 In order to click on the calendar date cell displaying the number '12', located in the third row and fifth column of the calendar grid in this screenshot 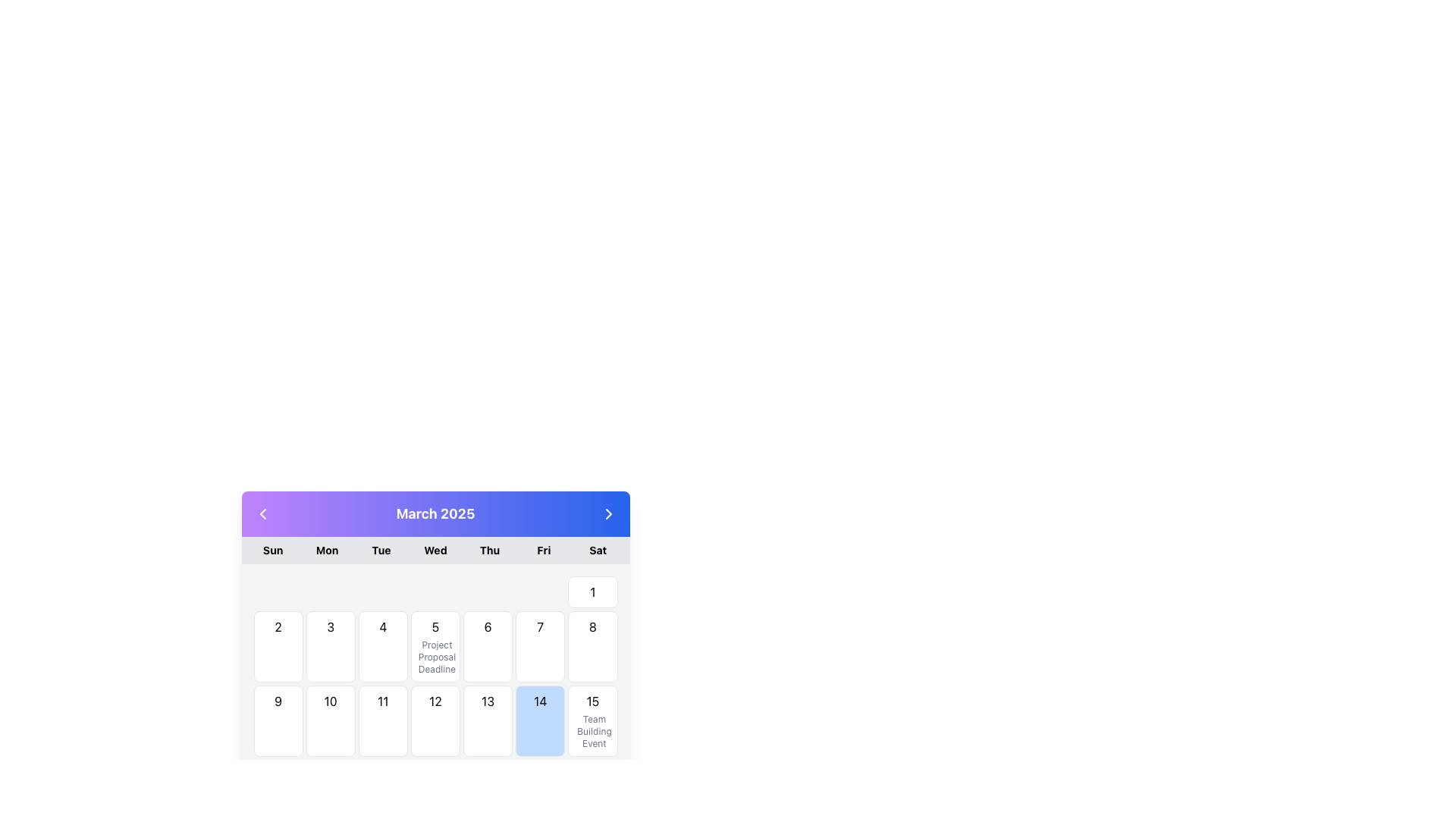, I will do `click(435, 720)`.